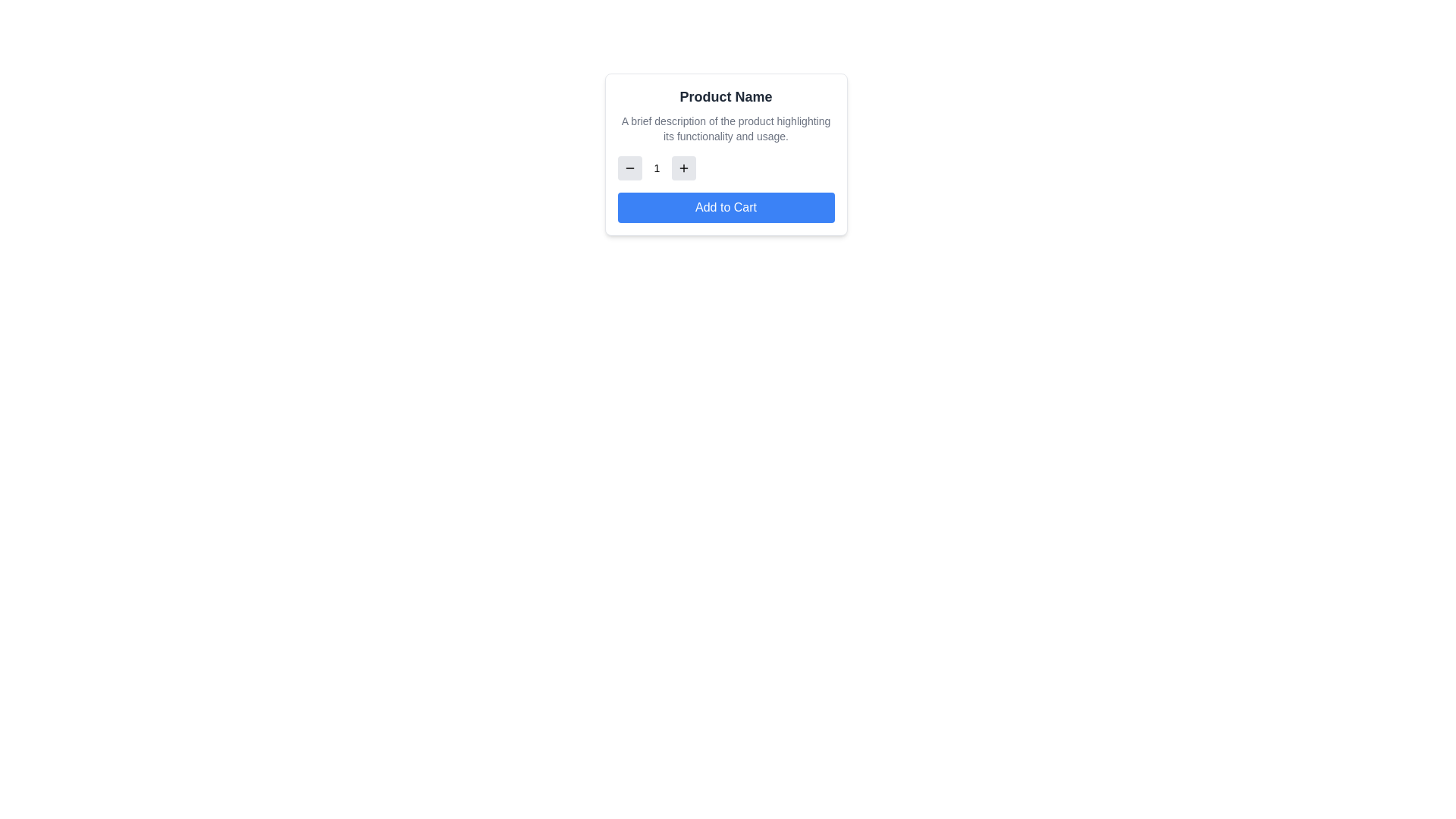 This screenshot has width=1456, height=819. I want to click on the medium-sized numeral '1' displayed in a sans-serif font, which is centrally located between a minus sign button and a plus sign button in the quantity management controls of a product interface, so click(657, 168).